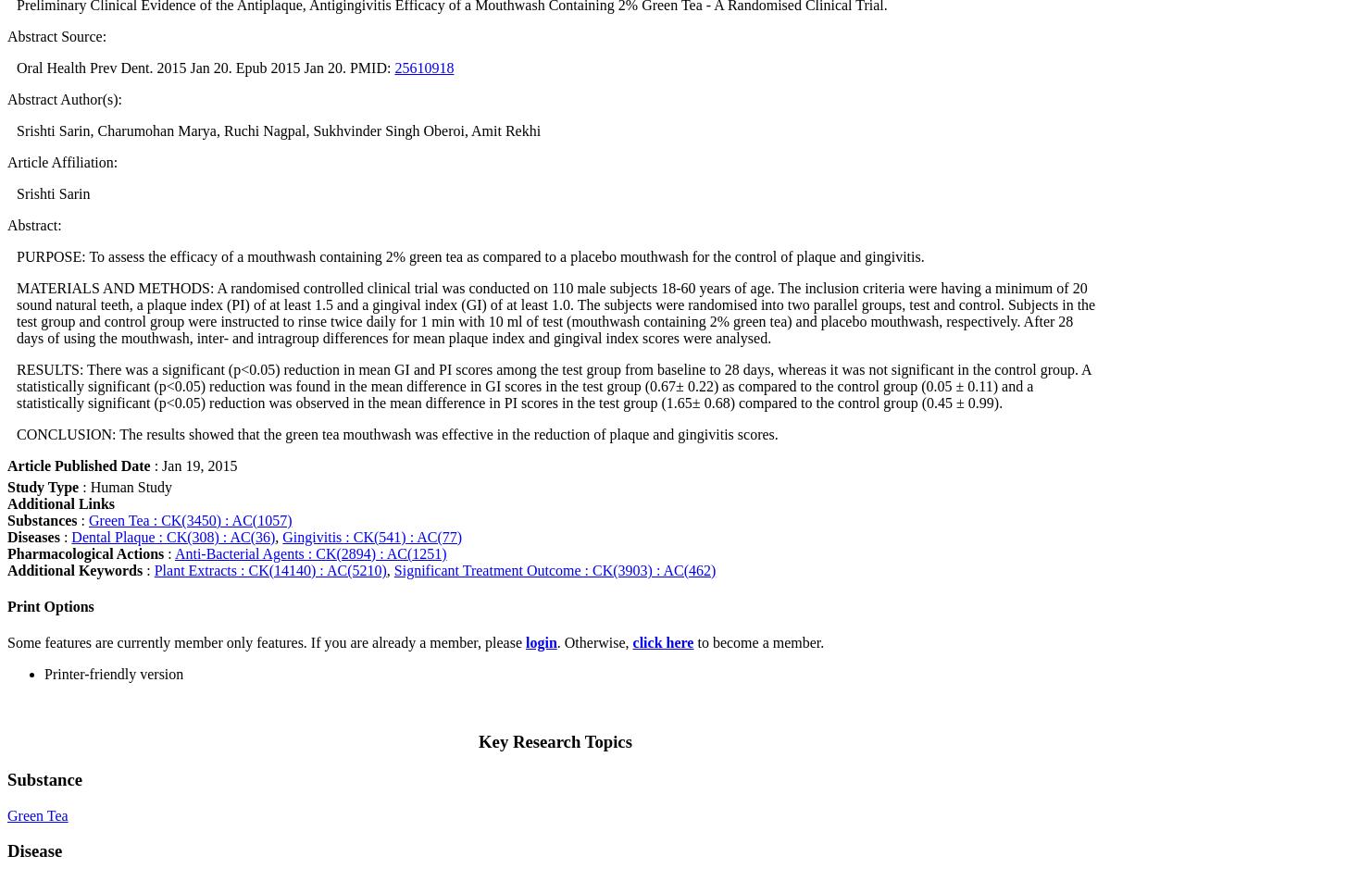 This screenshot has height=881, width=1372. What do you see at coordinates (554, 569) in the screenshot?
I see `'Significant Treatment Outcome : CK(3903) : AC(462)'` at bounding box center [554, 569].